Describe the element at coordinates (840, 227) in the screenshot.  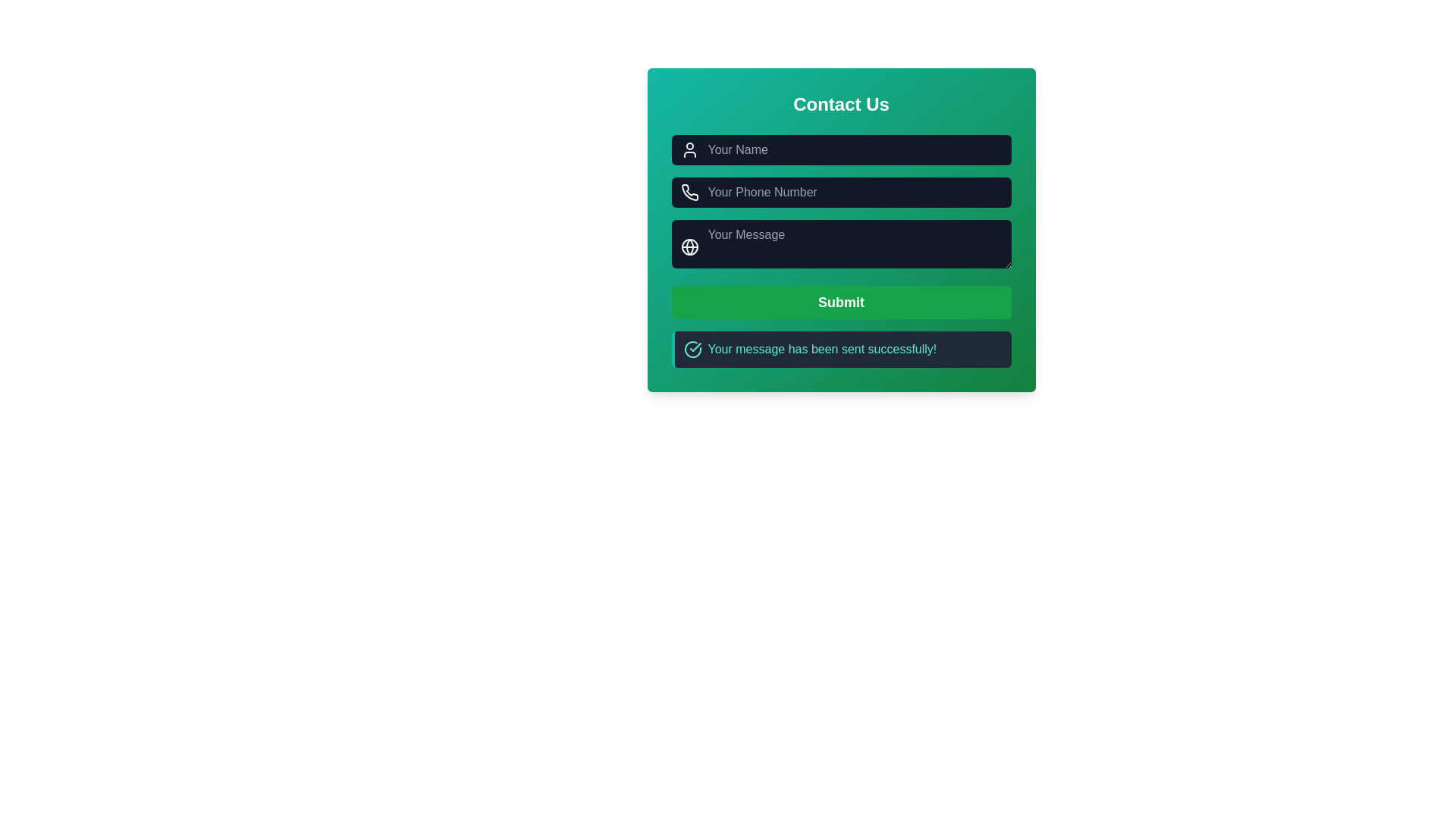
I see `to focus on the text input field located below the 'Your Phone Number' input and above the 'Submit' button in the 'Contact Us' form` at that location.